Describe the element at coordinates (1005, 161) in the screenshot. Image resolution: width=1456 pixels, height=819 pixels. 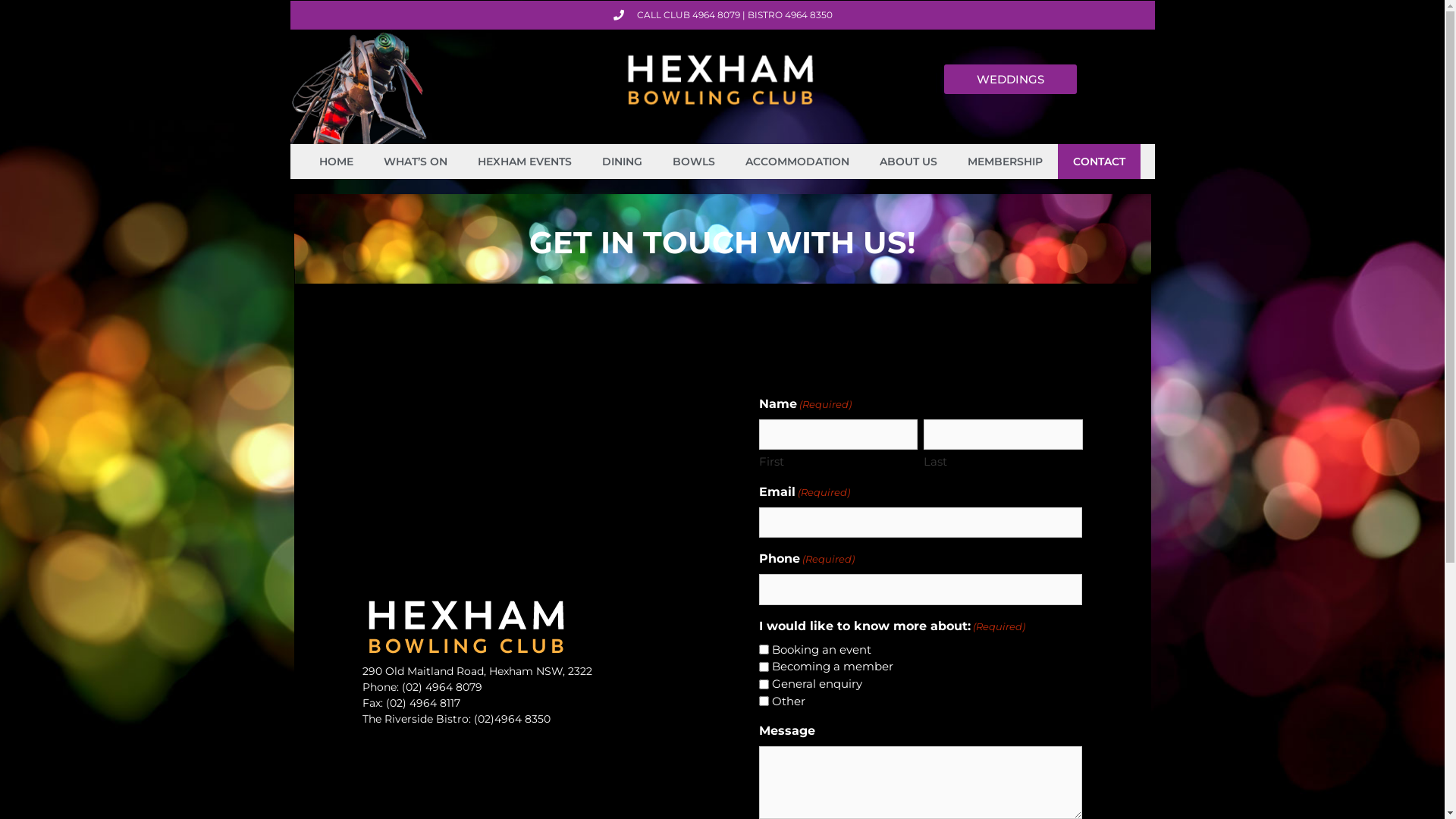
I see `'MEMBERSHIP'` at that location.